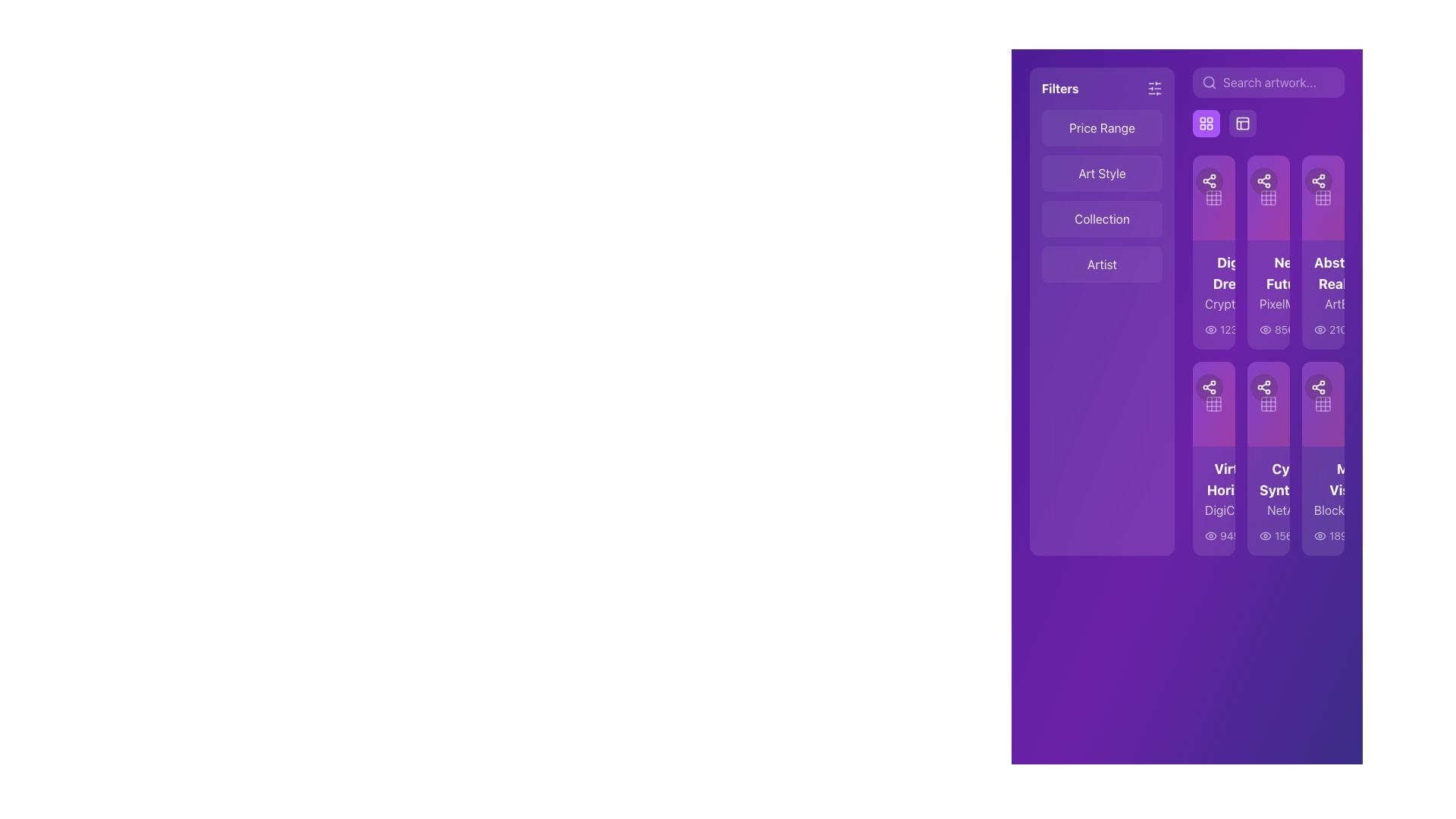 Image resolution: width=1456 pixels, height=819 pixels. Describe the element at coordinates (1269, 403) in the screenshot. I see `the grid view icon located in the second card of the second row, which is directly under the 'Abstract Realism' card` at that location.